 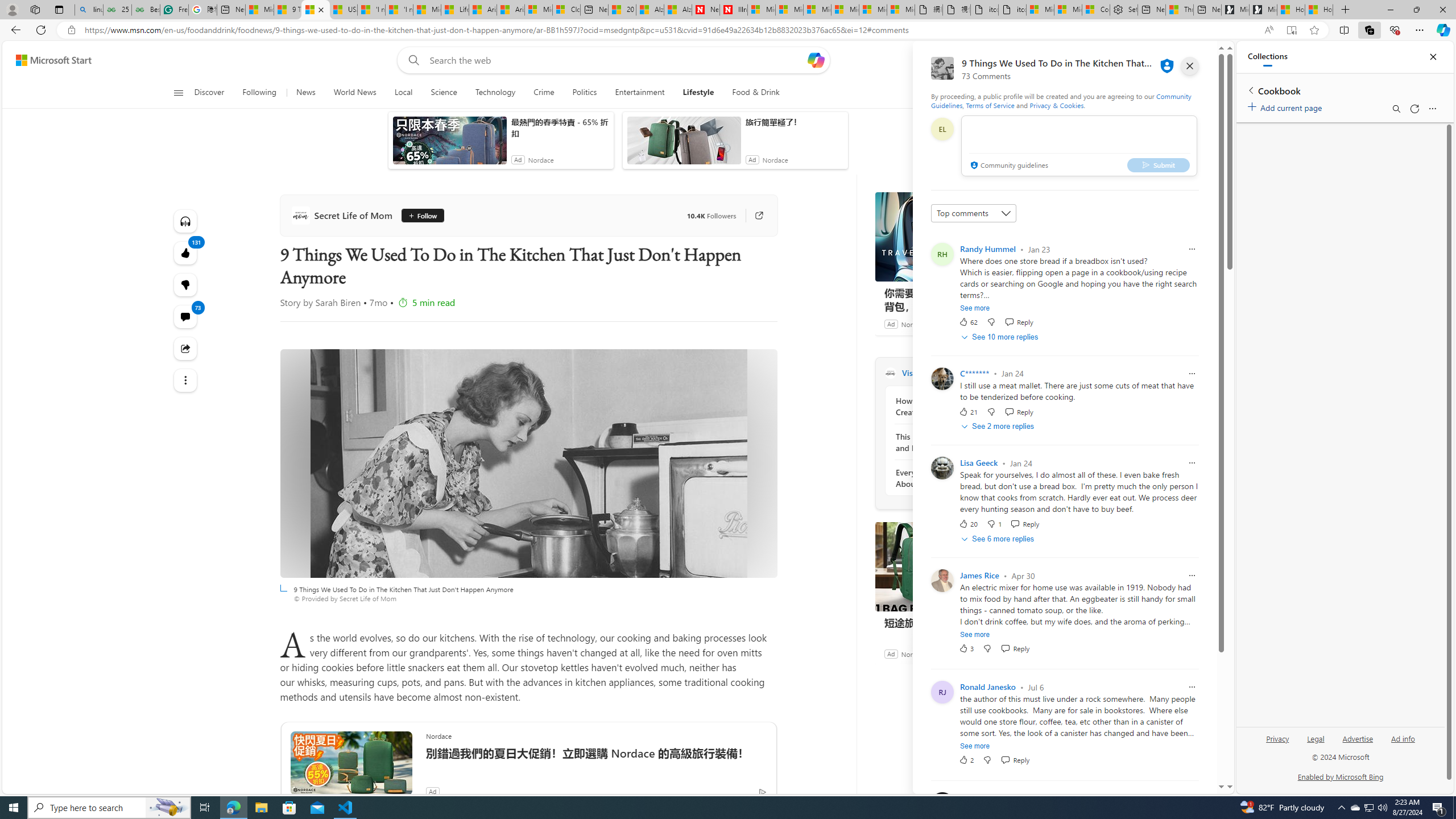 What do you see at coordinates (974, 373) in the screenshot?
I see `'C*******'` at bounding box center [974, 373].